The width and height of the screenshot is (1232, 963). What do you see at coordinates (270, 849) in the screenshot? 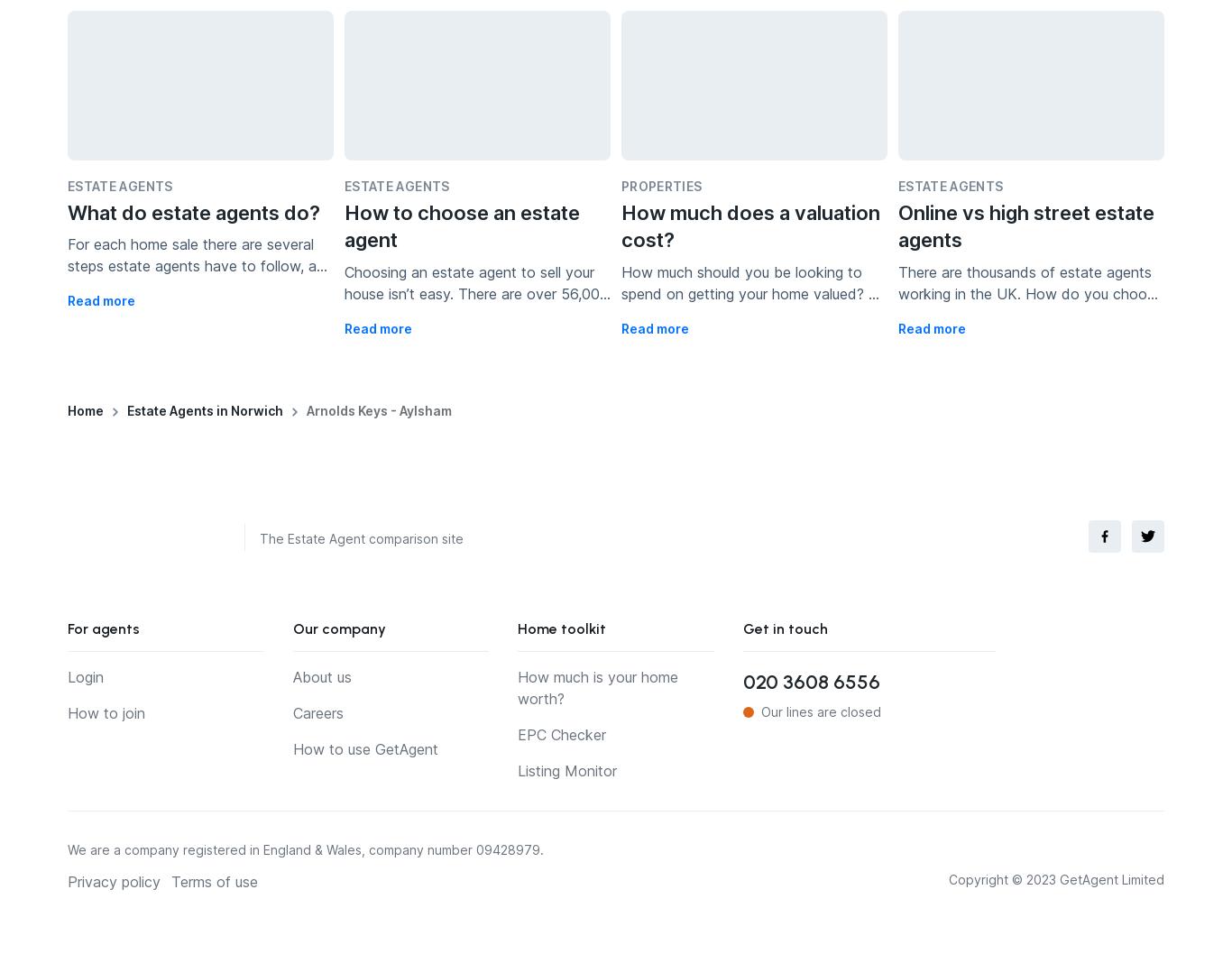
I see `'We are a company registered in England & Wales, company number'` at bounding box center [270, 849].